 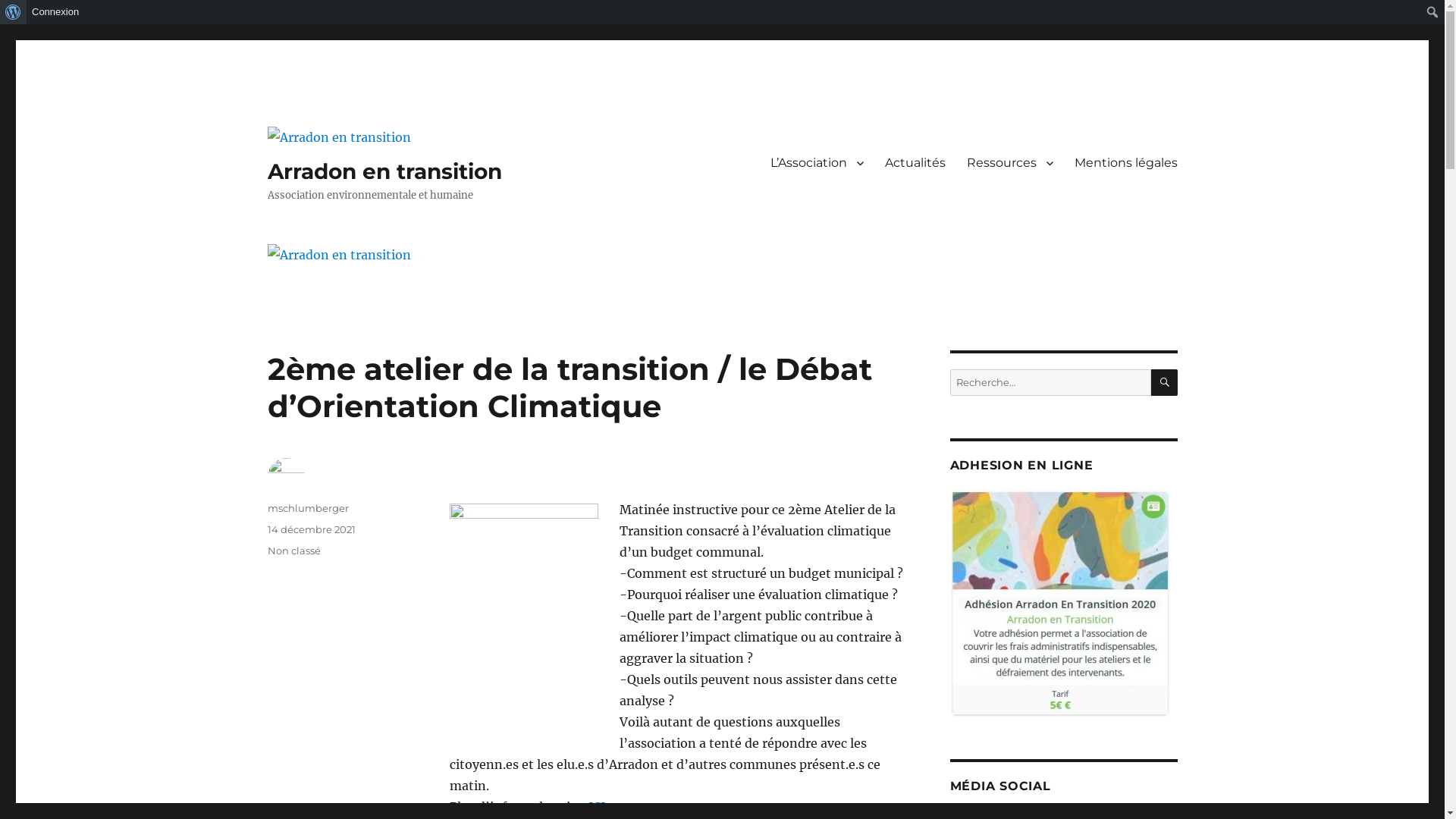 I want to click on 'Ressources', so click(x=1009, y=163).